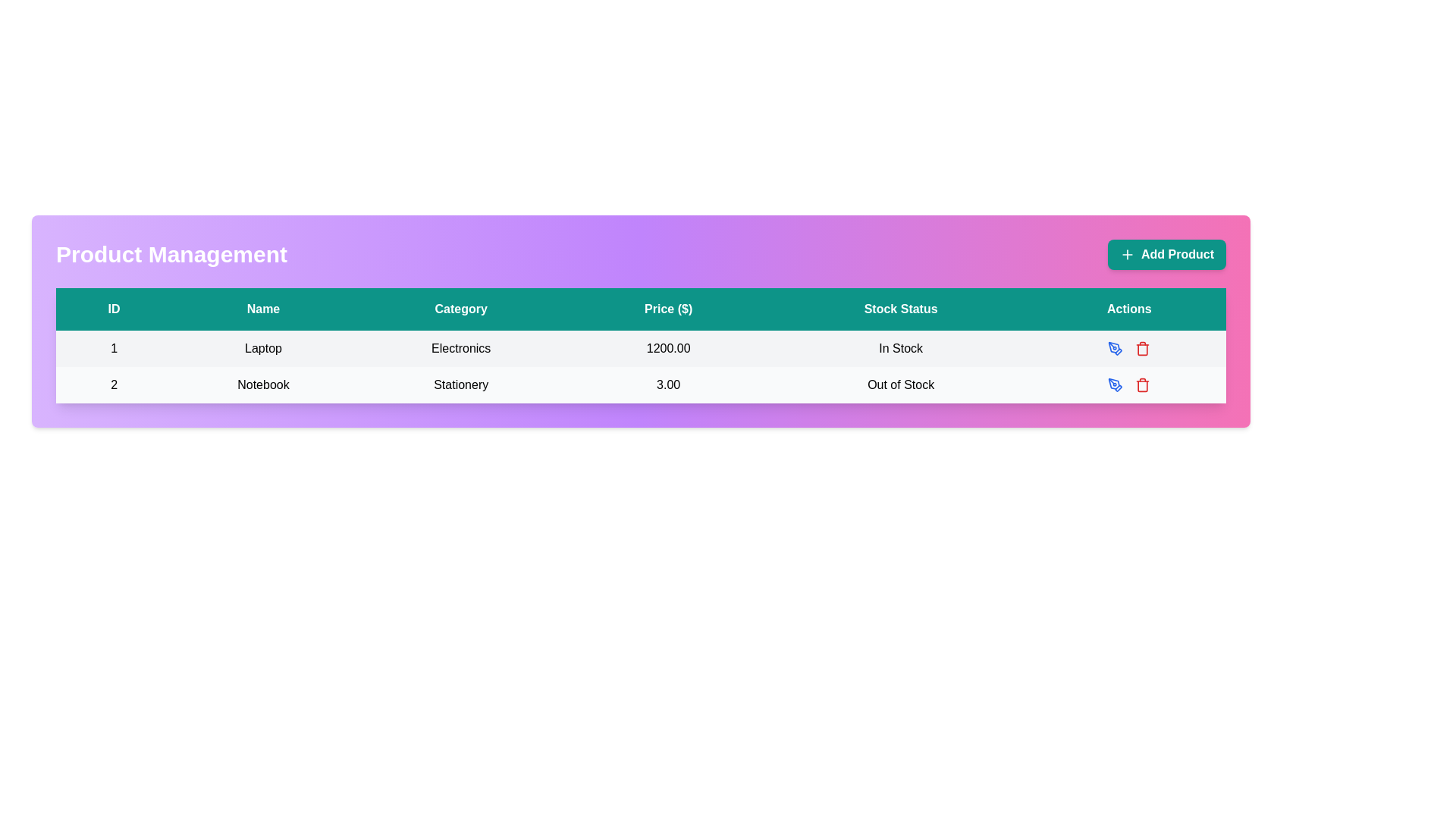 The height and width of the screenshot is (819, 1456). What do you see at coordinates (641, 384) in the screenshot?
I see `the second row of the product management table which contains ID '2', Name 'Notebook', Category 'Stationery', Price '3.00', and Stock Status 'Out of Stock'` at bounding box center [641, 384].